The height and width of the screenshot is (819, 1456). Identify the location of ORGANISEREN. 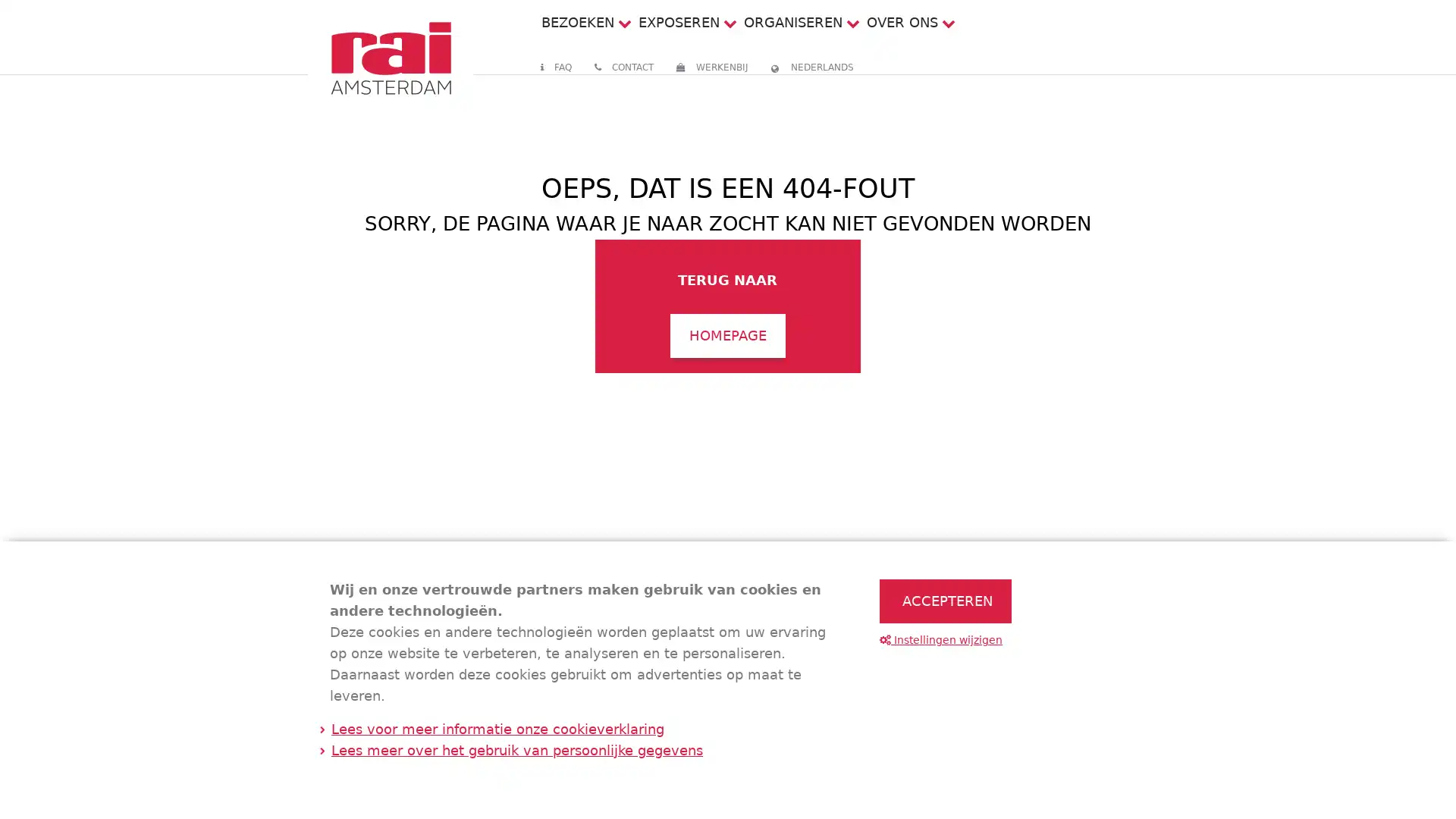
(792, 22).